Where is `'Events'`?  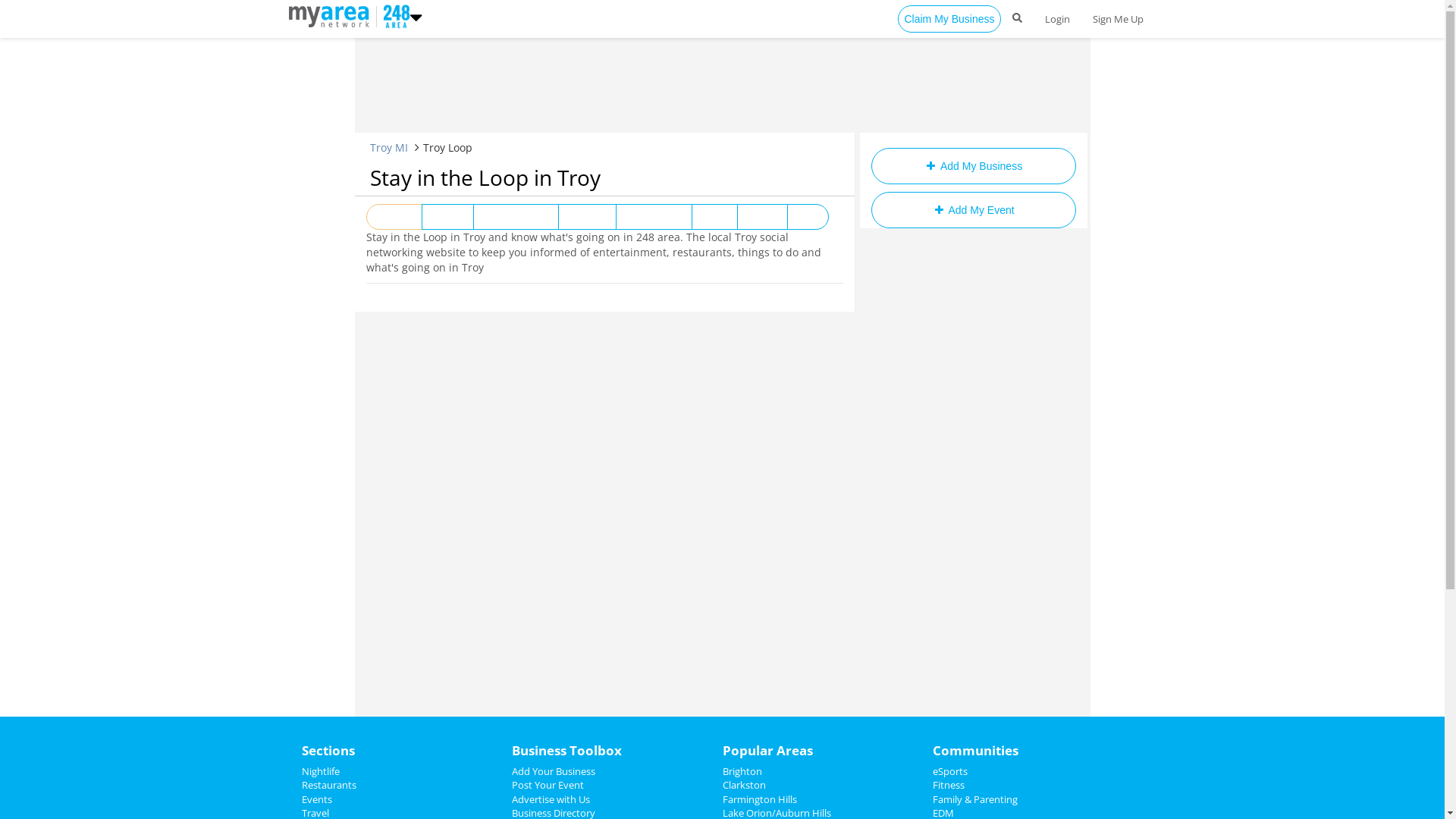 'Events' is located at coordinates (302, 798).